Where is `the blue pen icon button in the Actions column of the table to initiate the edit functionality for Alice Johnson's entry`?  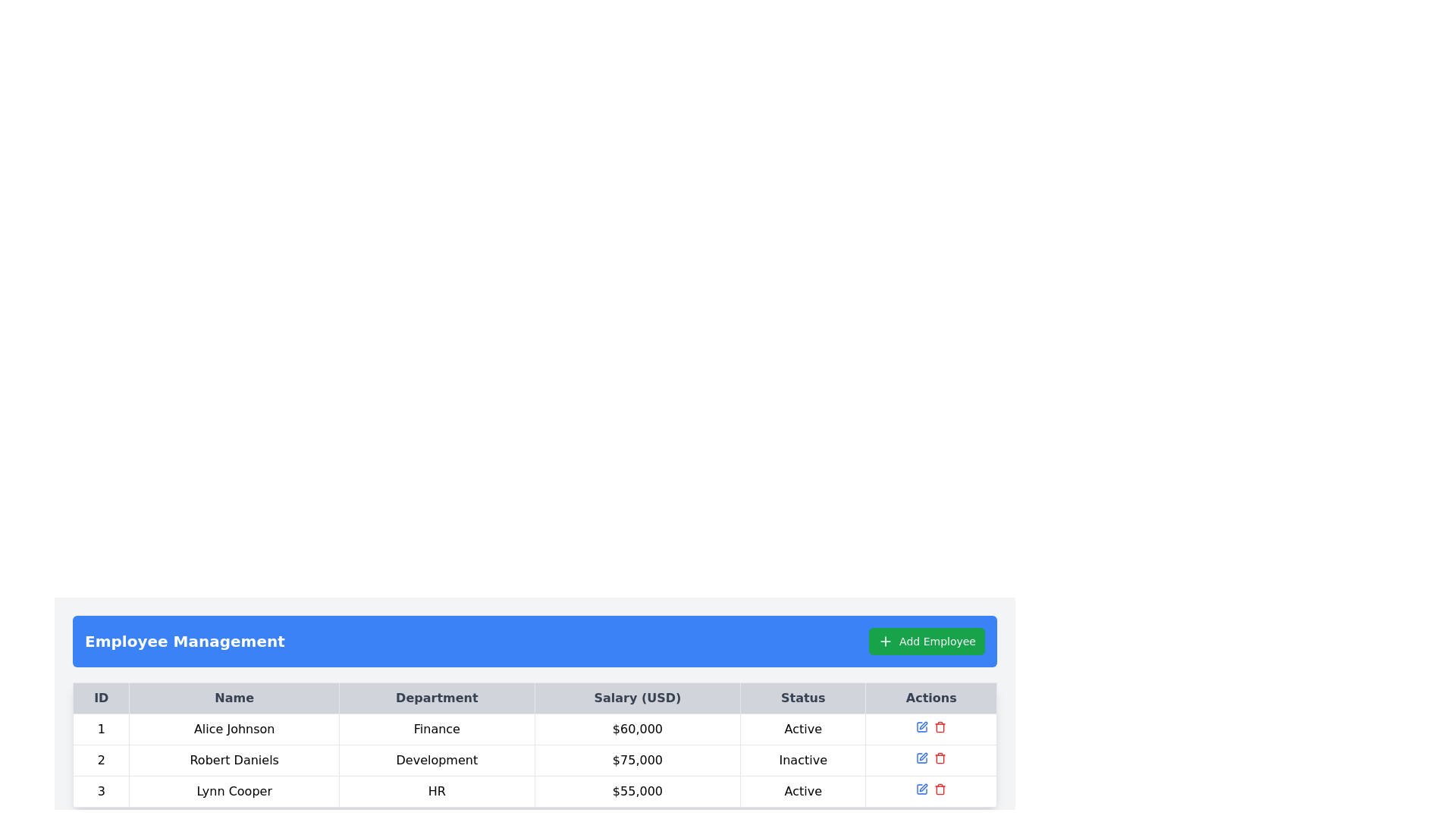
the blue pen icon button in the Actions column of the table to initiate the edit functionality for Alice Johnson's entry is located at coordinates (921, 726).